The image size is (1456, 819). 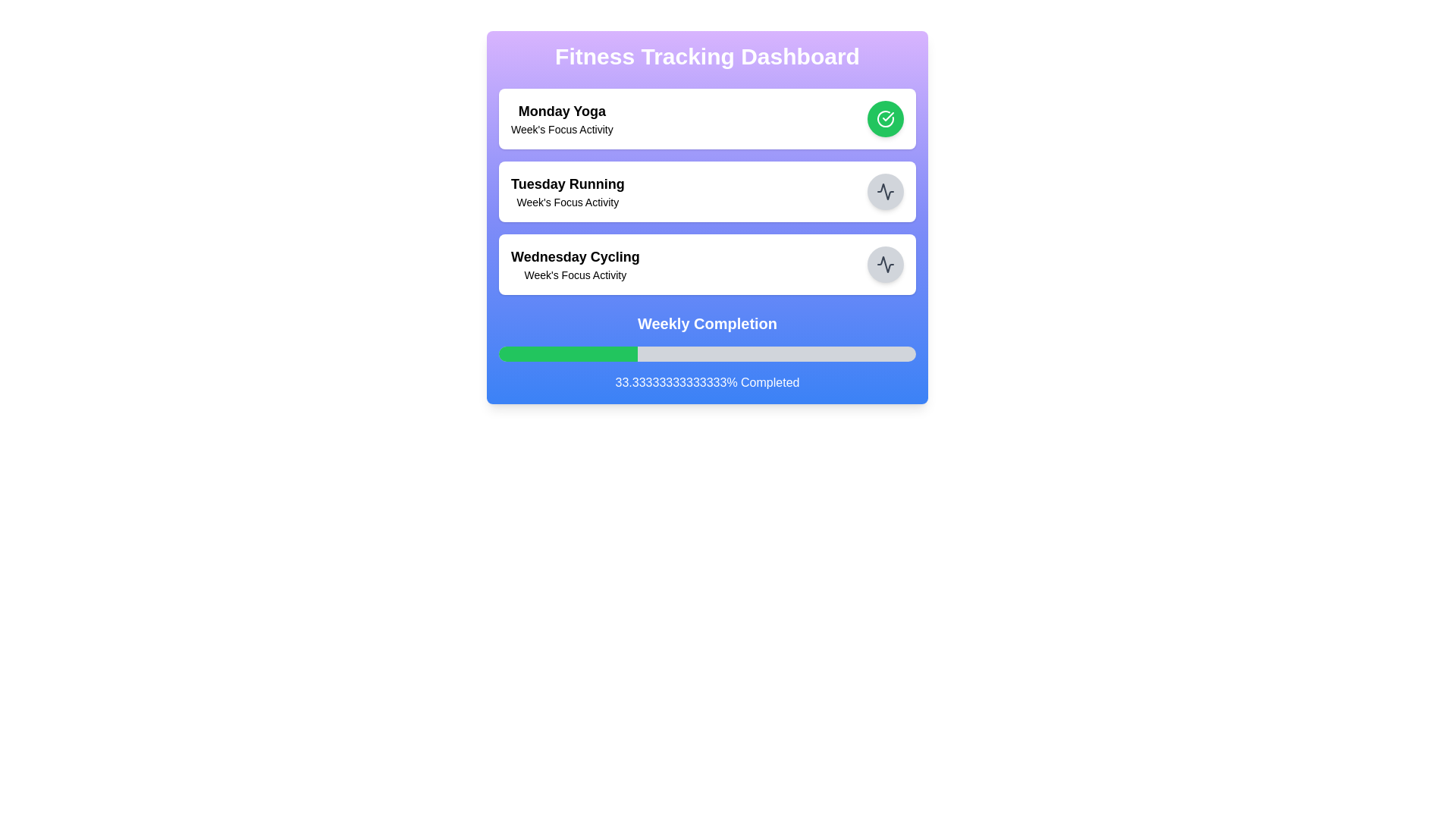 I want to click on the text label that displays "Week's Focus Activity" located below the bold title "Tuesday Running" within the second card of vertically stacked cards, so click(x=566, y=201).